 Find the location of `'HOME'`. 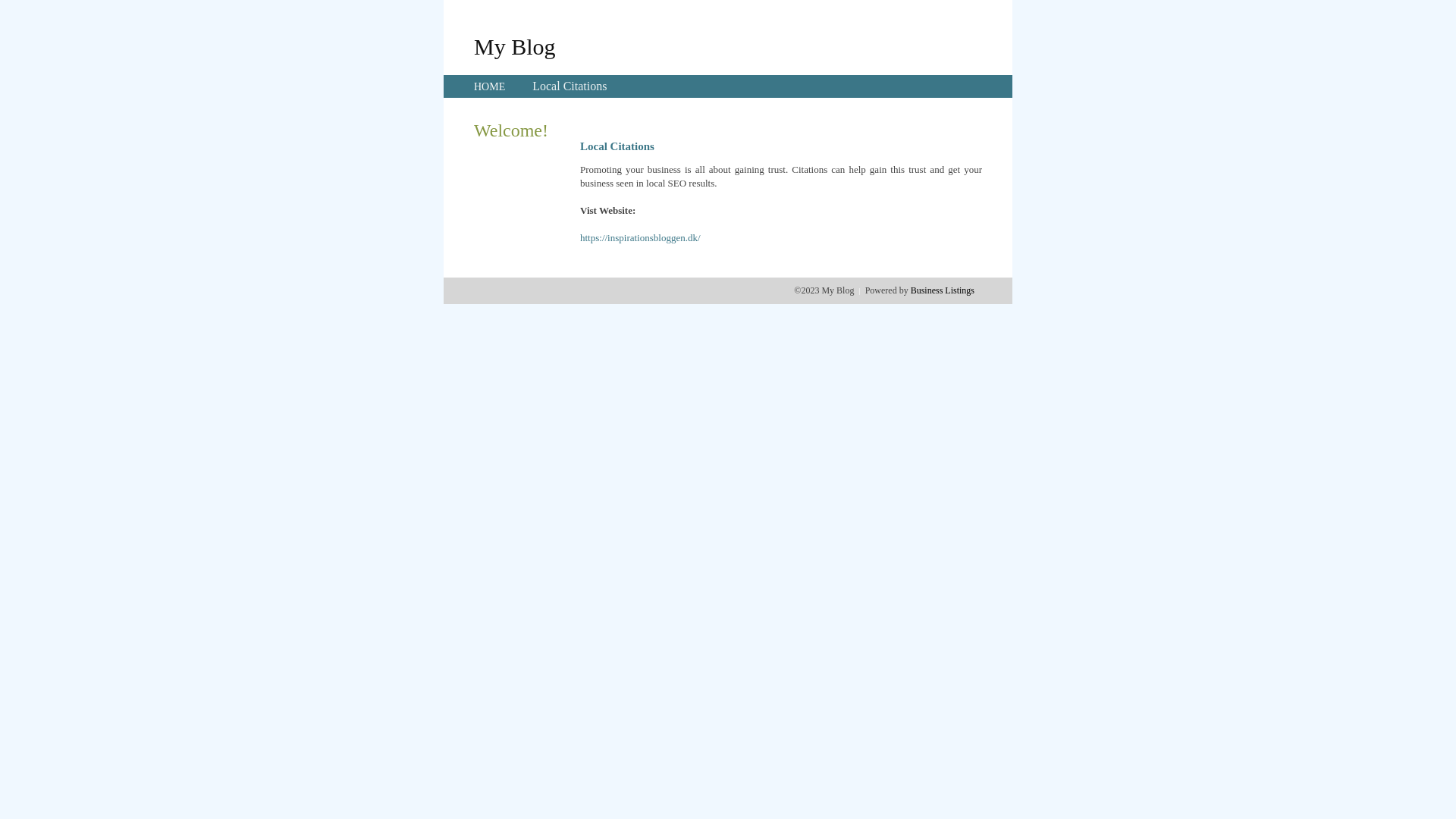

'HOME' is located at coordinates (472, 86).